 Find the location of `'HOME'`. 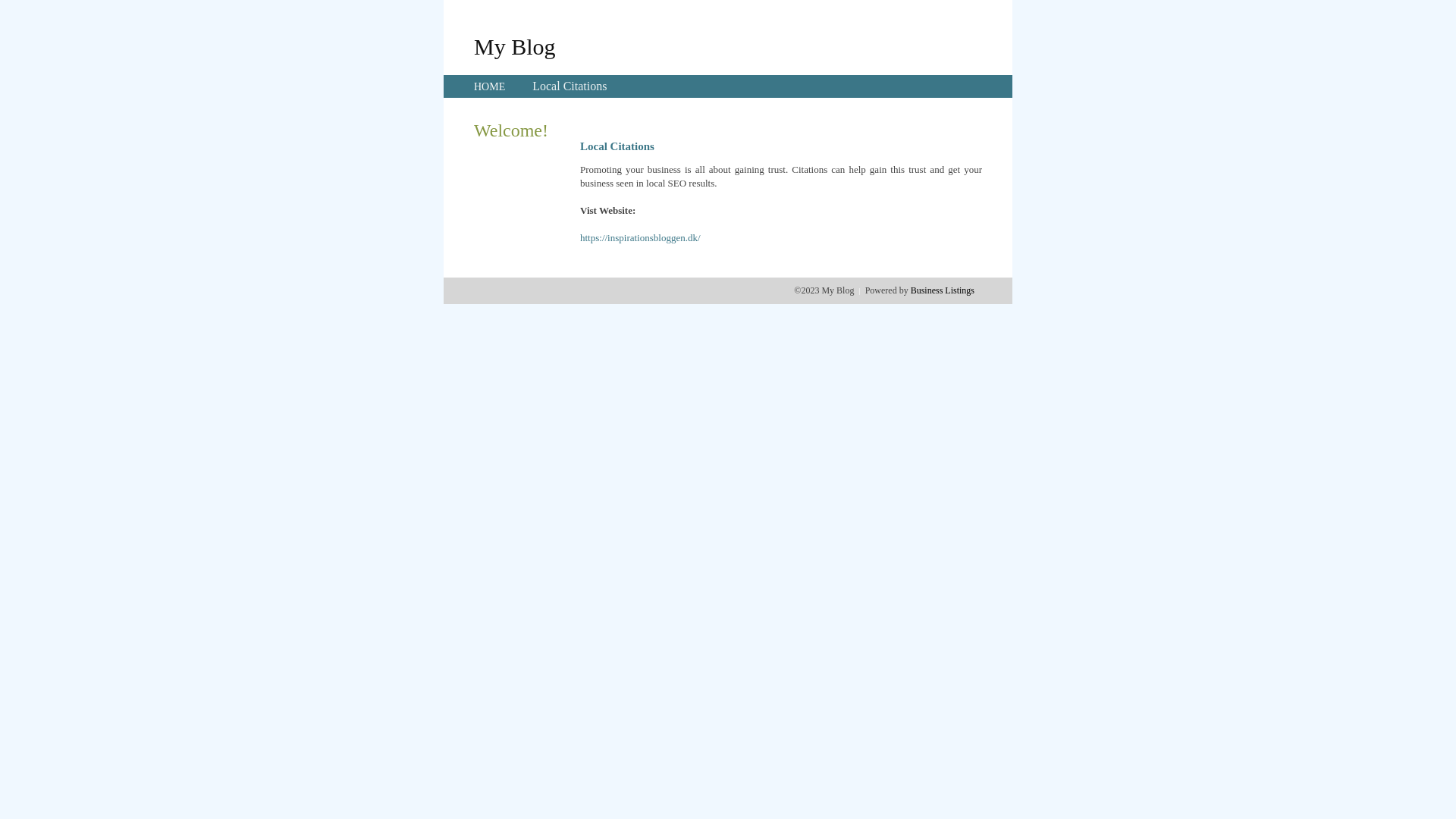

'HOME' is located at coordinates (472, 86).